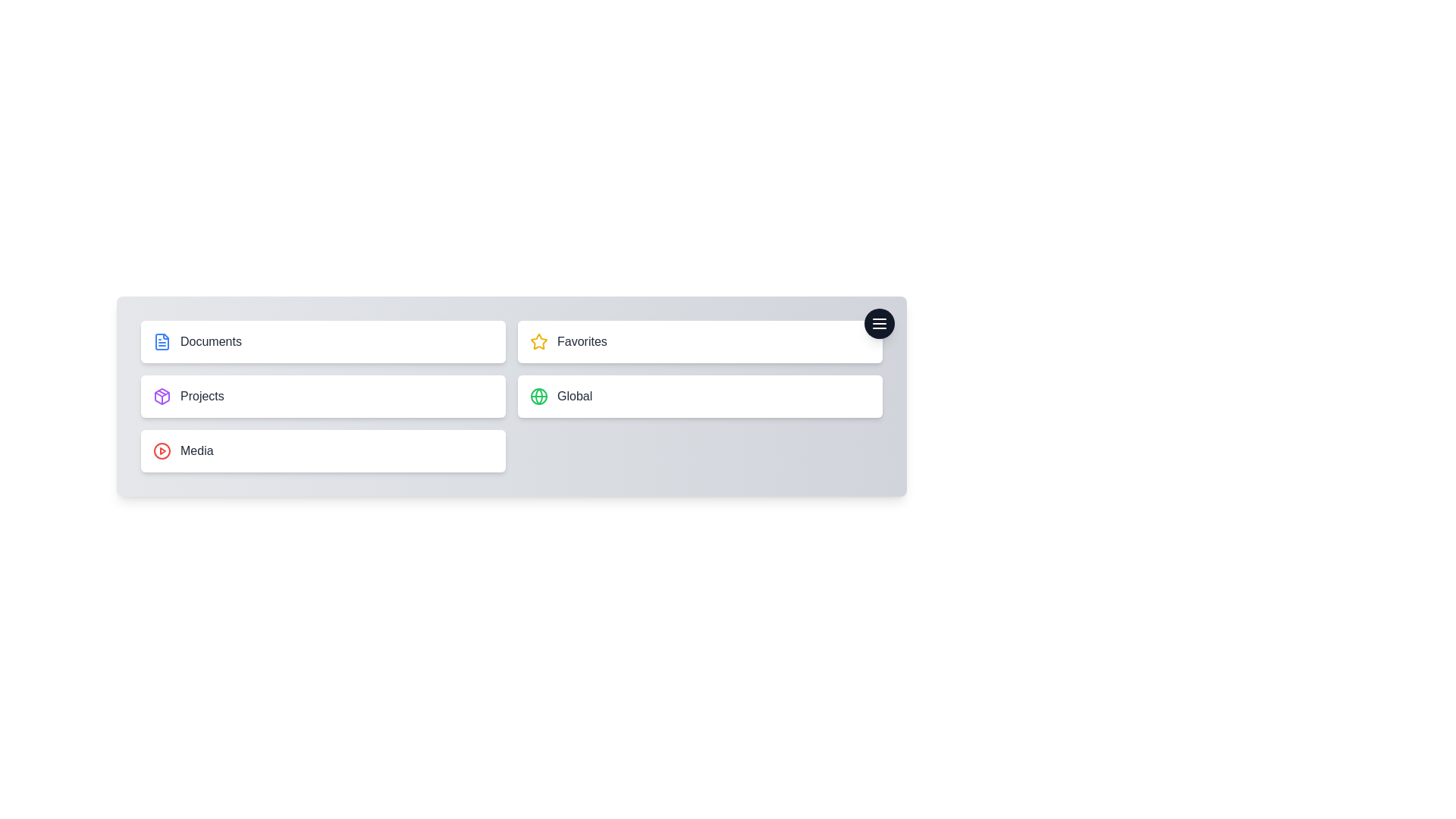  I want to click on the menu item labeled Global, so click(699, 396).